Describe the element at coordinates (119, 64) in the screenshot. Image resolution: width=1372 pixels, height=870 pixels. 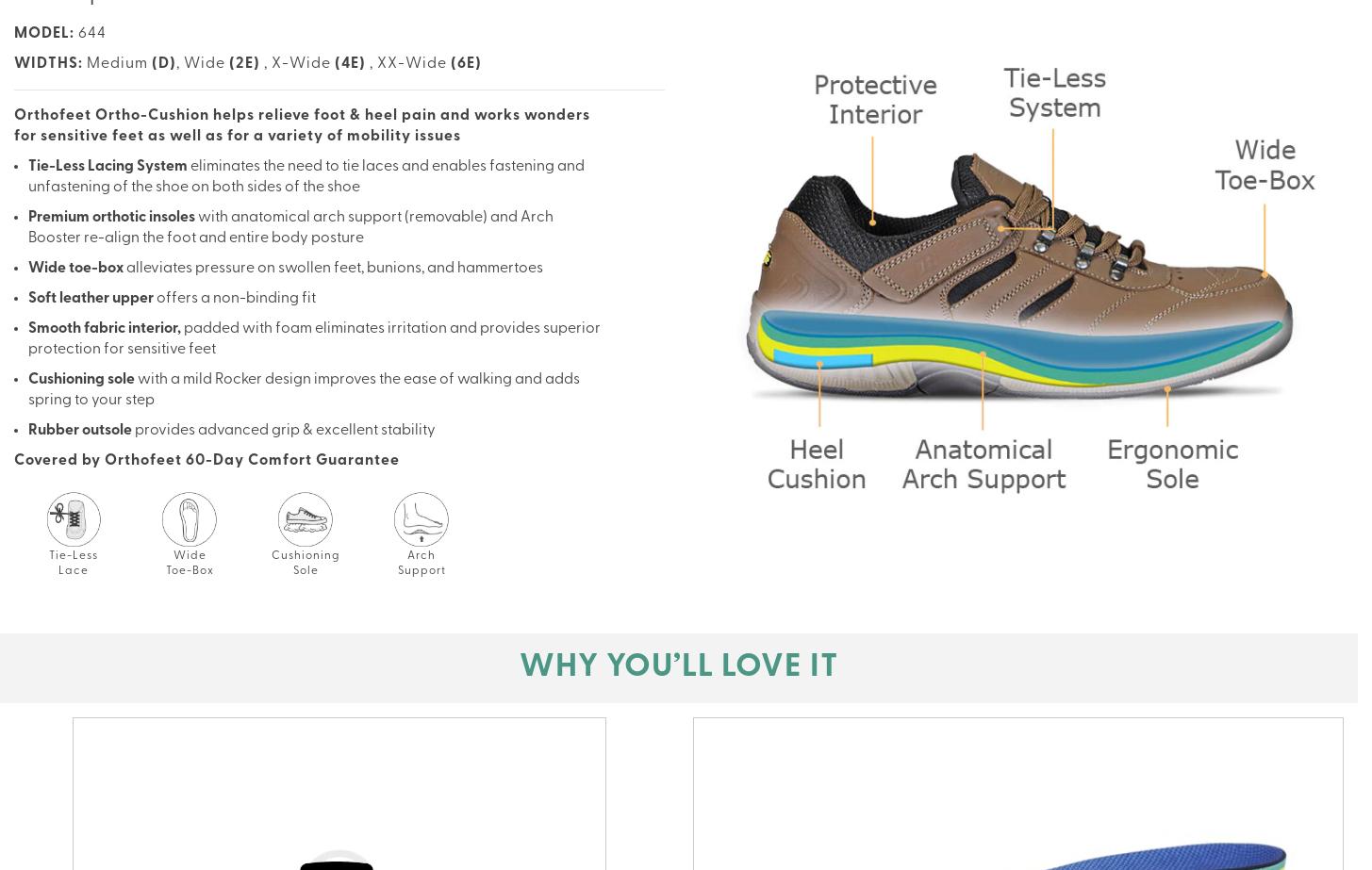
I see `'Medium'` at that location.